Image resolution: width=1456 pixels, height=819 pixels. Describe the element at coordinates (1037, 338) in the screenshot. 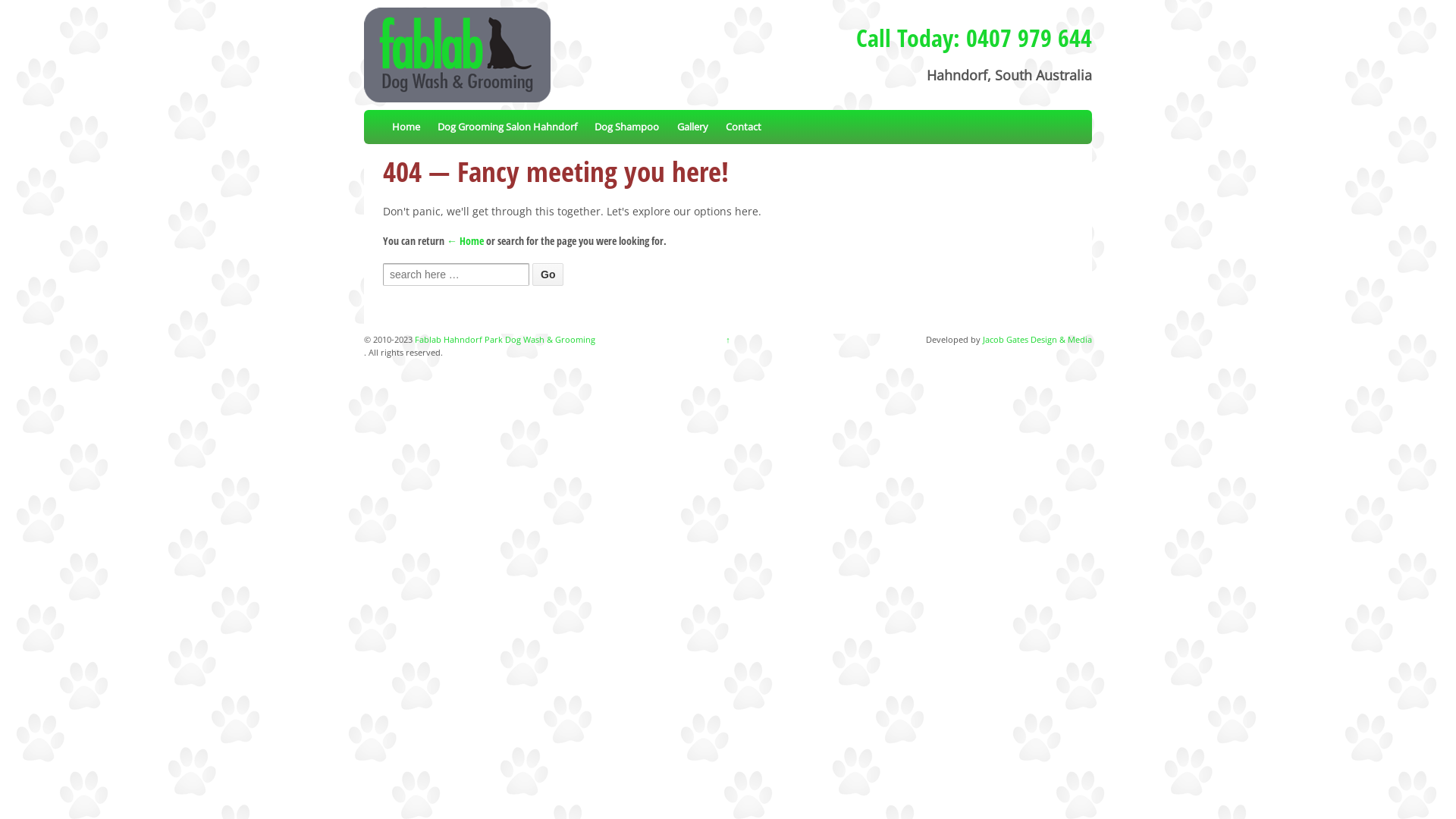

I see `'Jacob Gates Design & Media'` at that location.